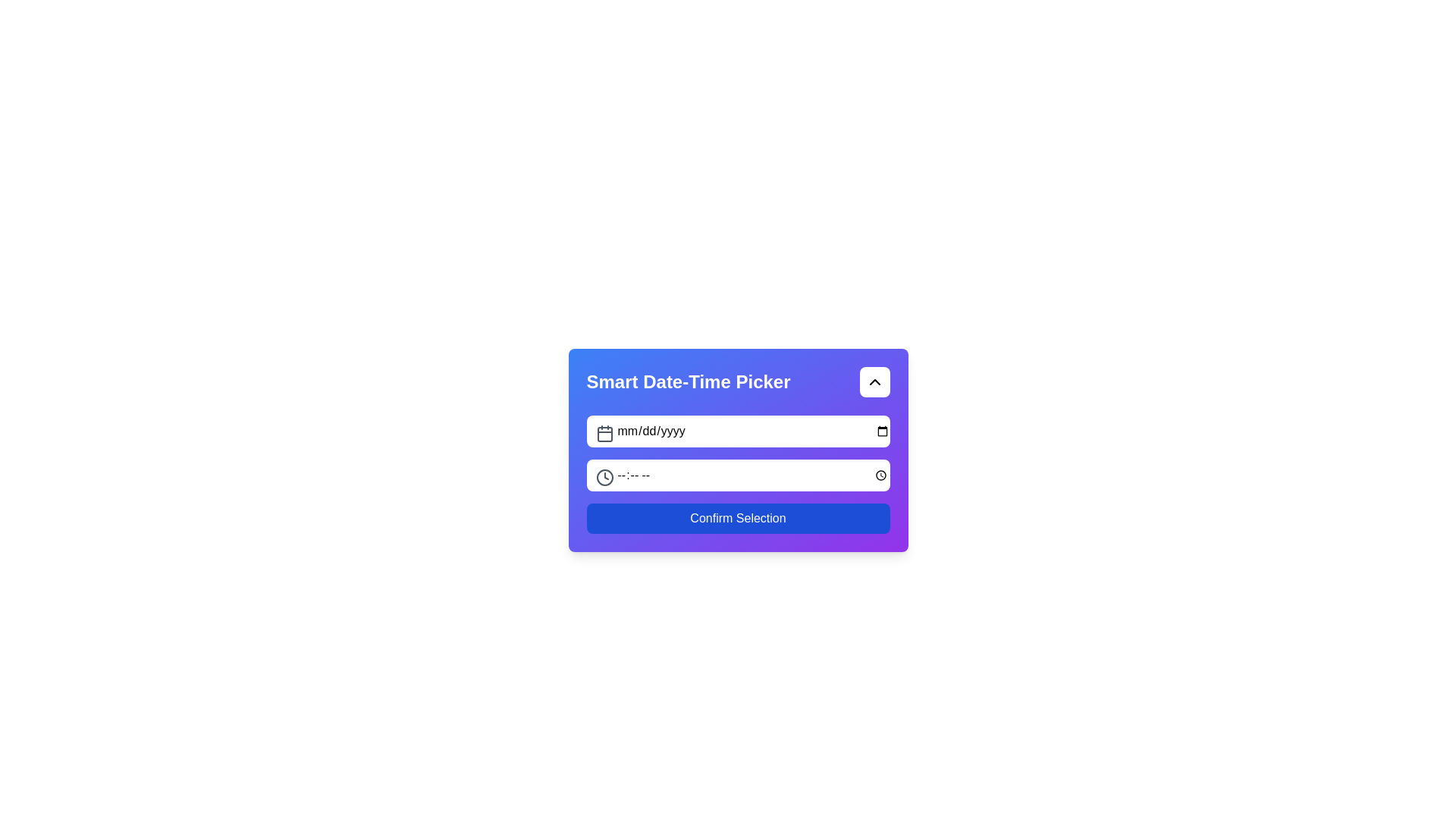  What do you see at coordinates (738, 498) in the screenshot?
I see `the 'Confirm Selection' button in the Popup Dialog to confirm the selected date and time` at bounding box center [738, 498].